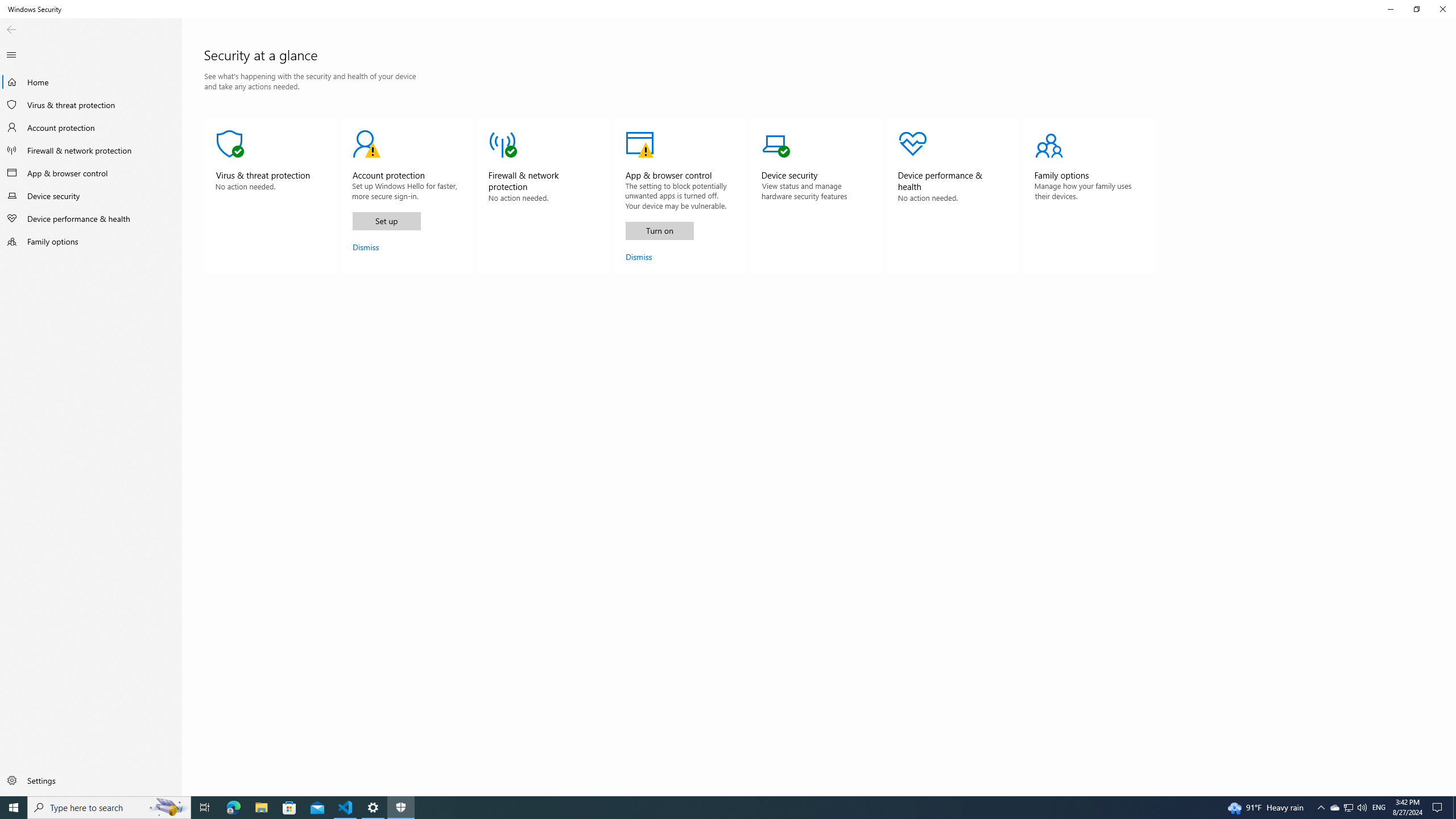 Image resolution: width=1456 pixels, height=819 pixels. I want to click on 'Device performance & healthNo action needed.', so click(953, 196).